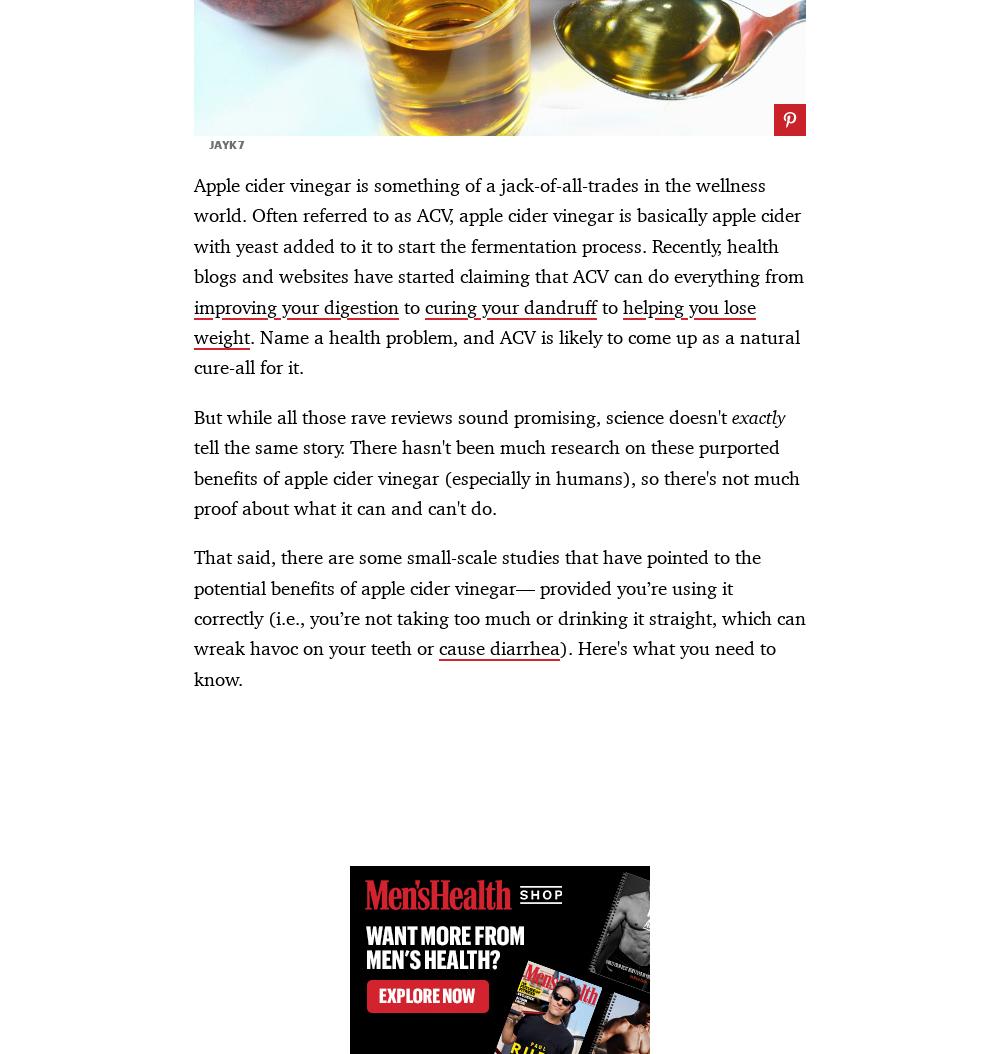 Image resolution: width=1000 pixels, height=1054 pixels. What do you see at coordinates (375, 419) in the screenshot?
I see `'A Day in the Life of Paul Nicklen'` at bounding box center [375, 419].